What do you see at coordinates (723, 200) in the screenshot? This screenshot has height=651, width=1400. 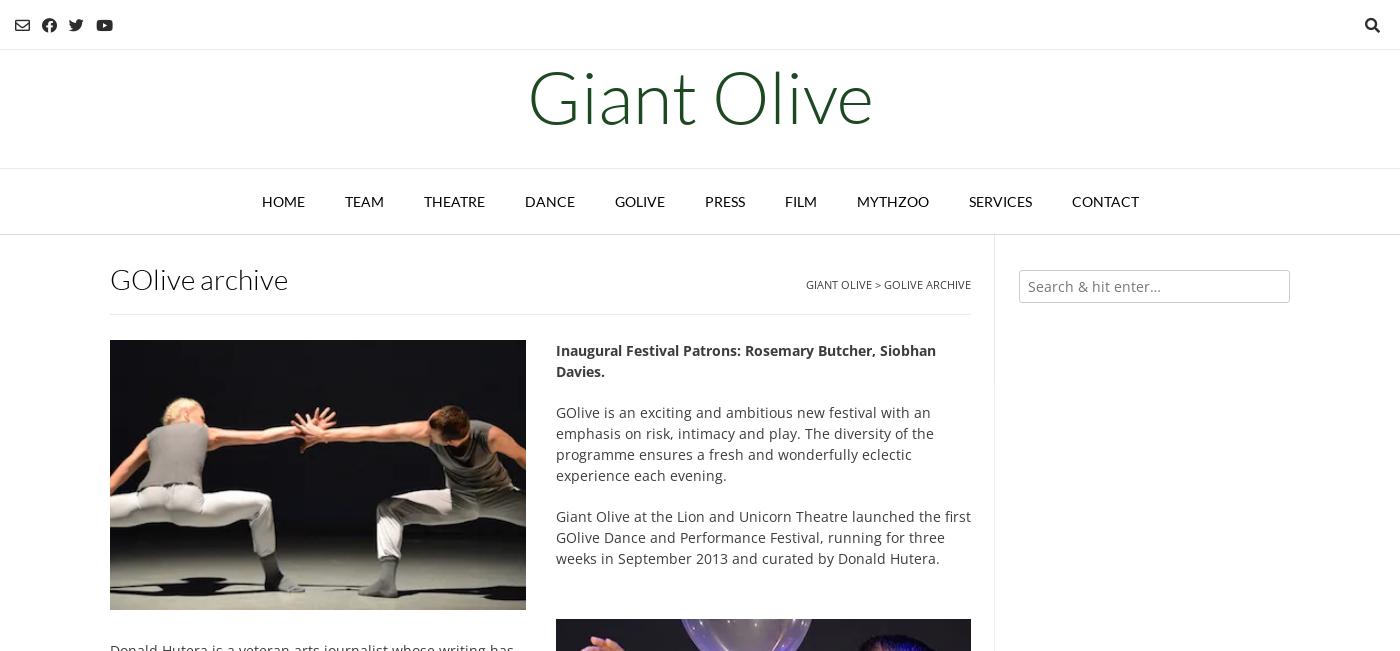 I see `'Press'` at bounding box center [723, 200].